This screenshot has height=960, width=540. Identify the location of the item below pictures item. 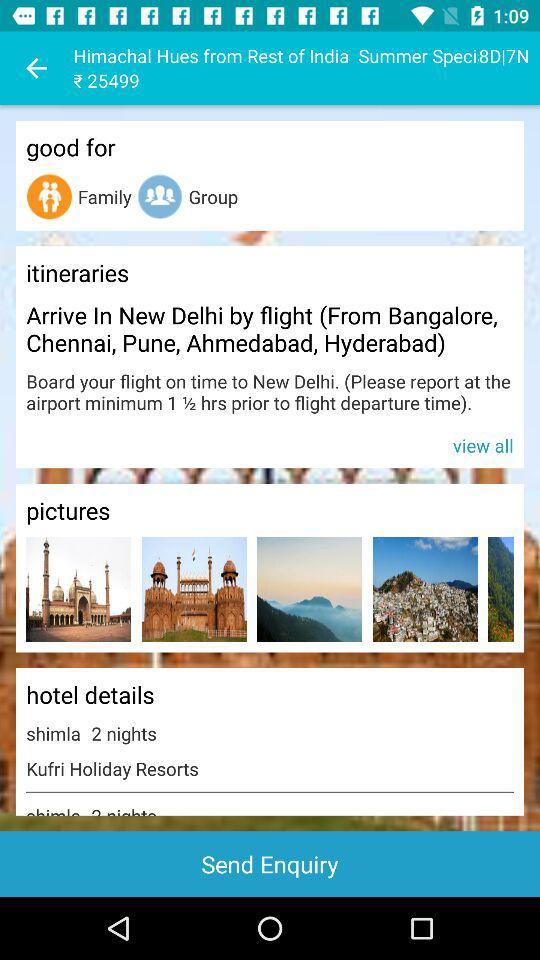
(194, 589).